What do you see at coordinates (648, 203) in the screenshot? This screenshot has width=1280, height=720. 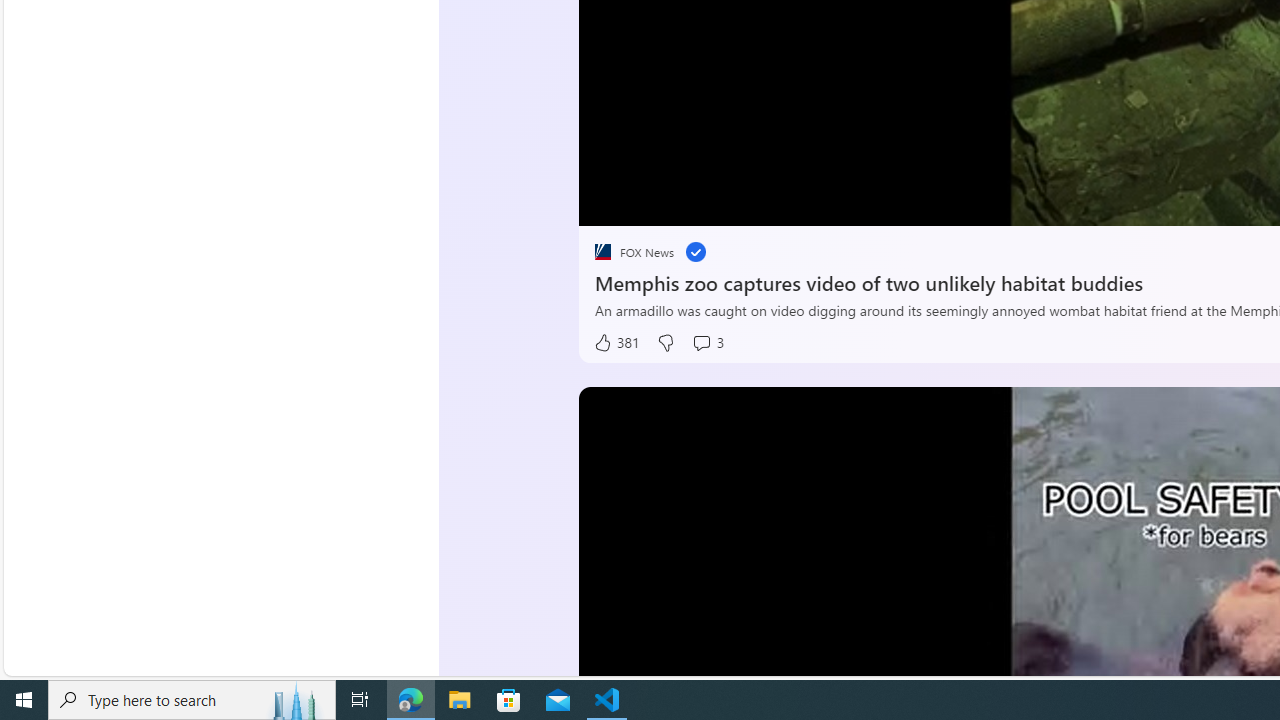 I see `'Seek Back'` at bounding box center [648, 203].